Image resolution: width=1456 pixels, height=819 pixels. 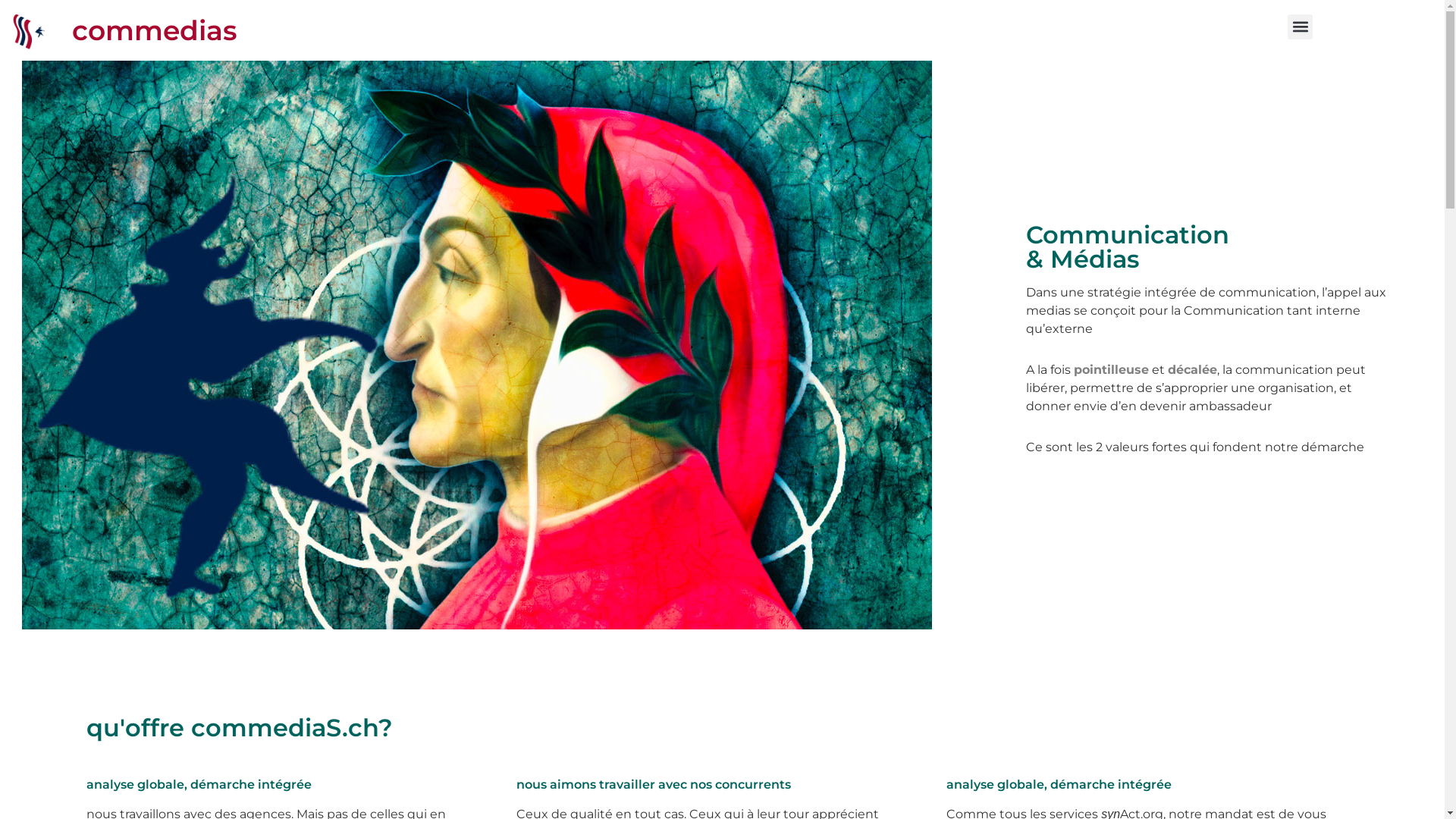 What do you see at coordinates (154, 30) in the screenshot?
I see `'commedias'` at bounding box center [154, 30].